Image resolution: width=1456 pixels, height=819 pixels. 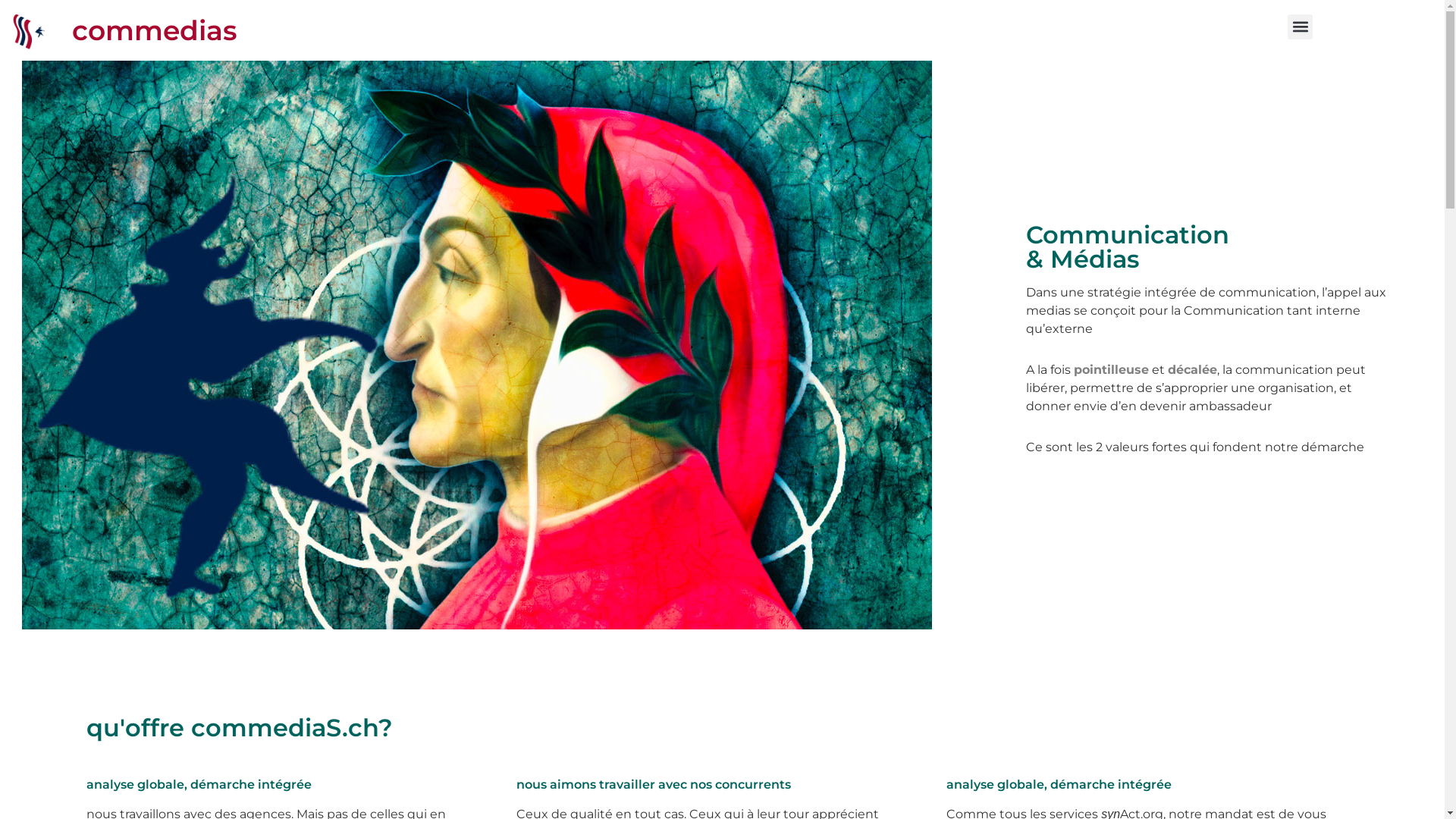 What do you see at coordinates (154, 30) in the screenshot?
I see `'commedias'` at bounding box center [154, 30].